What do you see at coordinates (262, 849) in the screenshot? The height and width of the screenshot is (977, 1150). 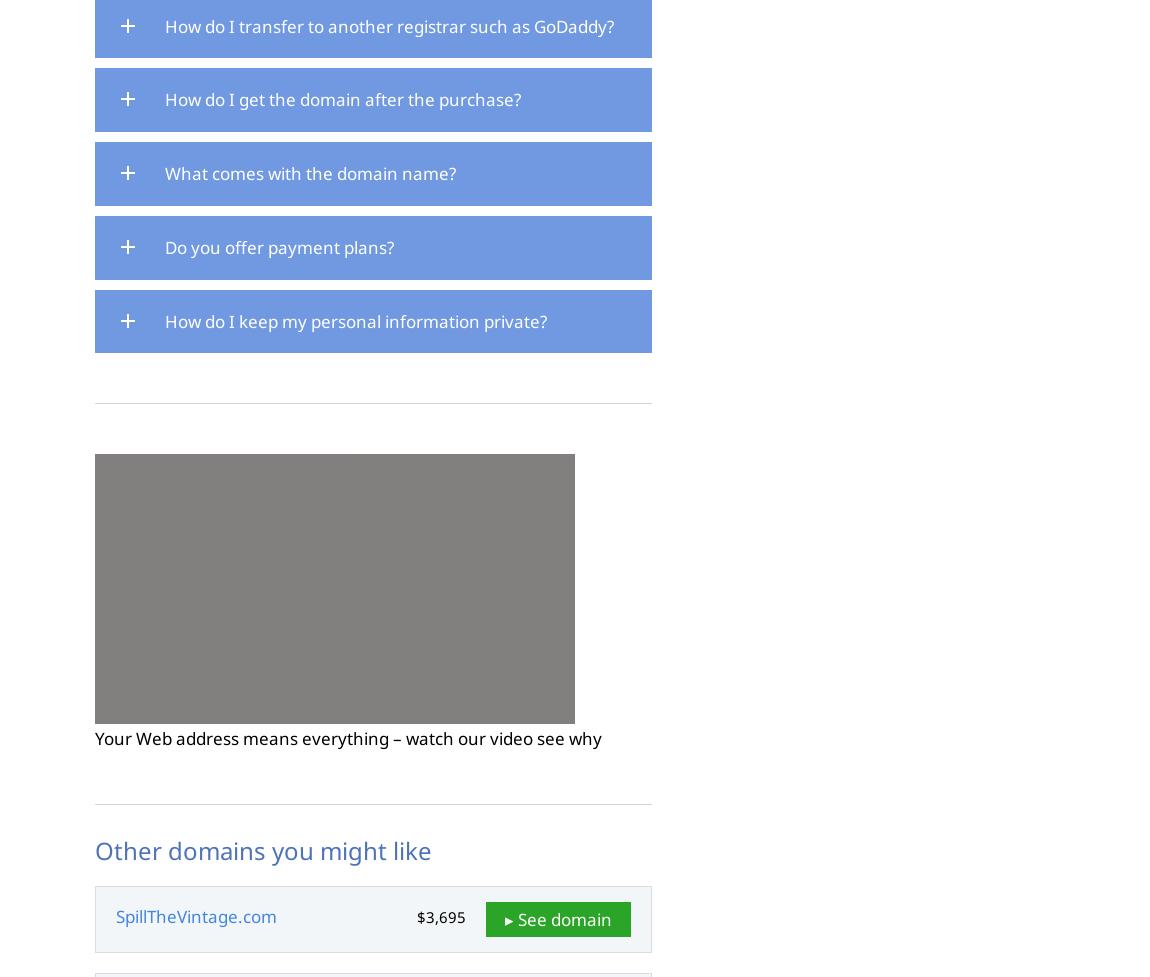 I see `'Other domains you might like'` at bounding box center [262, 849].